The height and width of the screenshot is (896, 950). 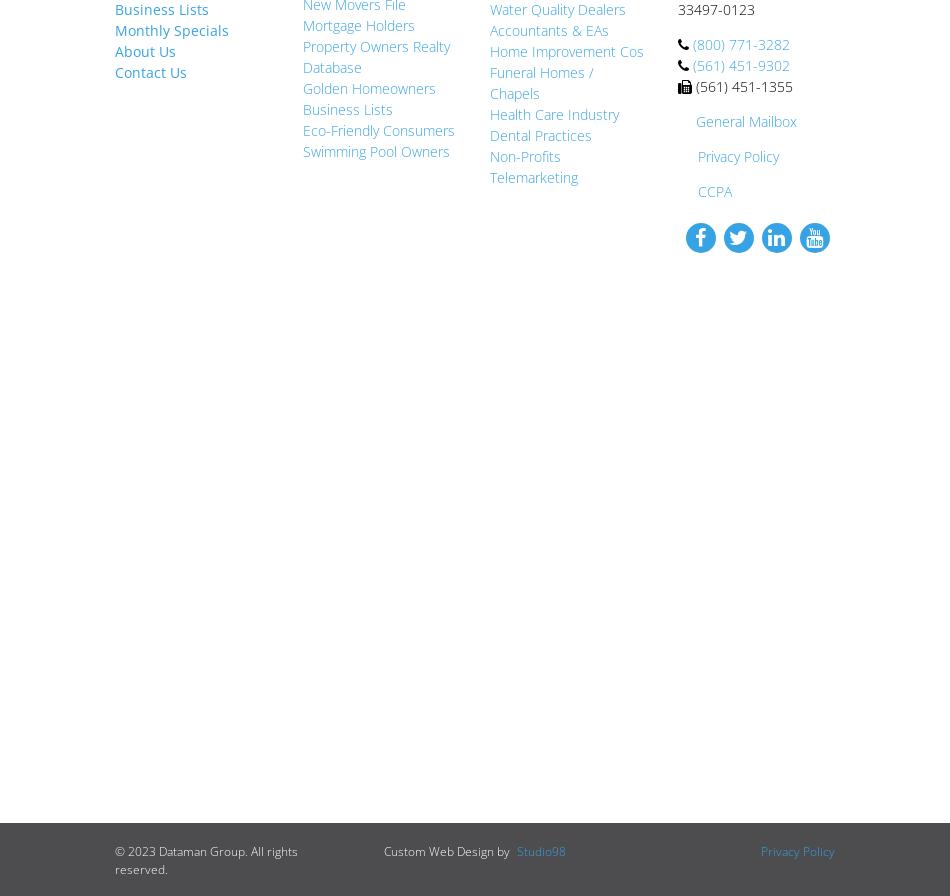 What do you see at coordinates (740, 86) in the screenshot?
I see `'(561) 451-1355'` at bounding box center [740, 86].